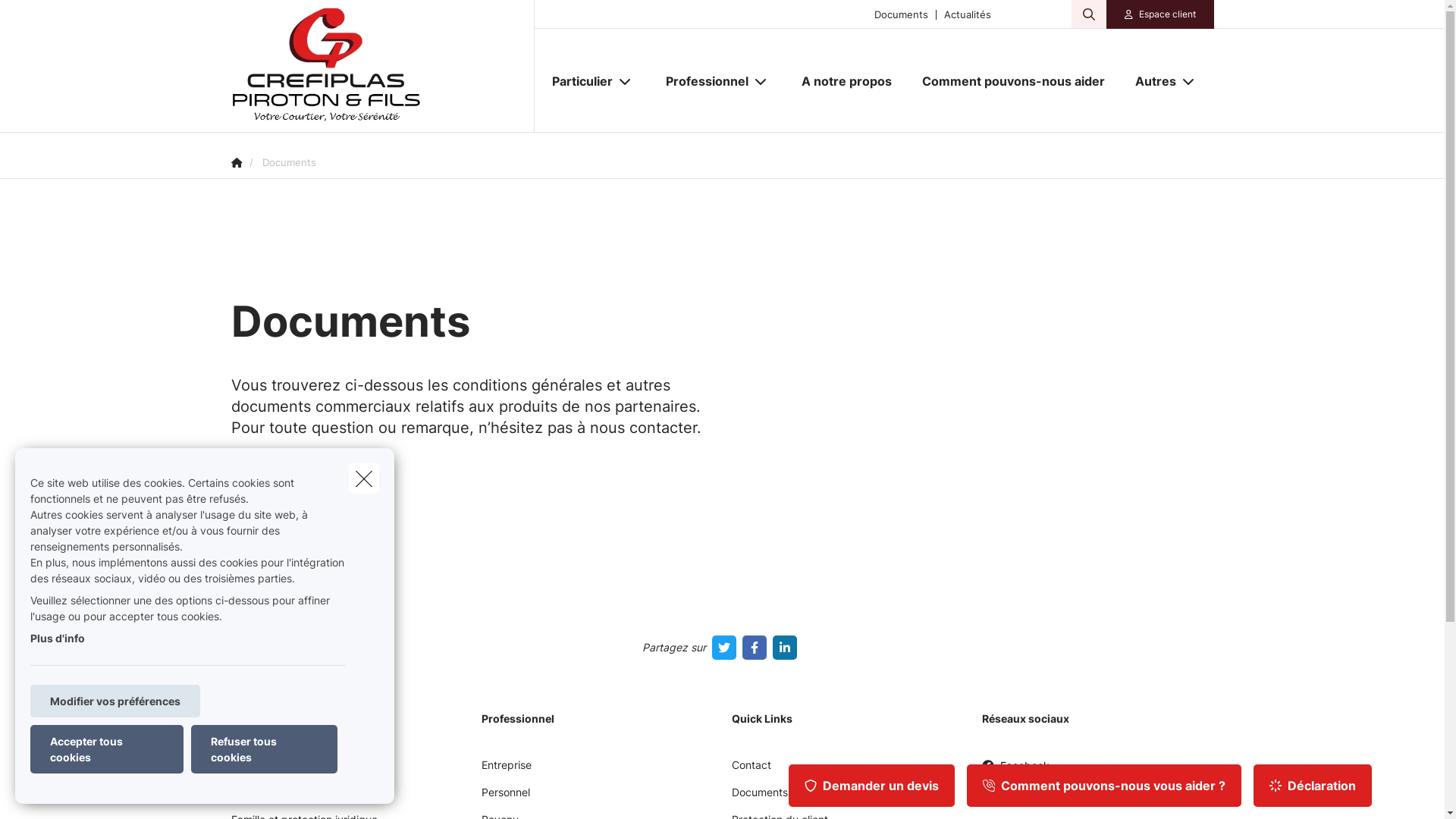 This screenshot has width=1456, height=819. I want to click on 'Personnel', so click(505, 797).